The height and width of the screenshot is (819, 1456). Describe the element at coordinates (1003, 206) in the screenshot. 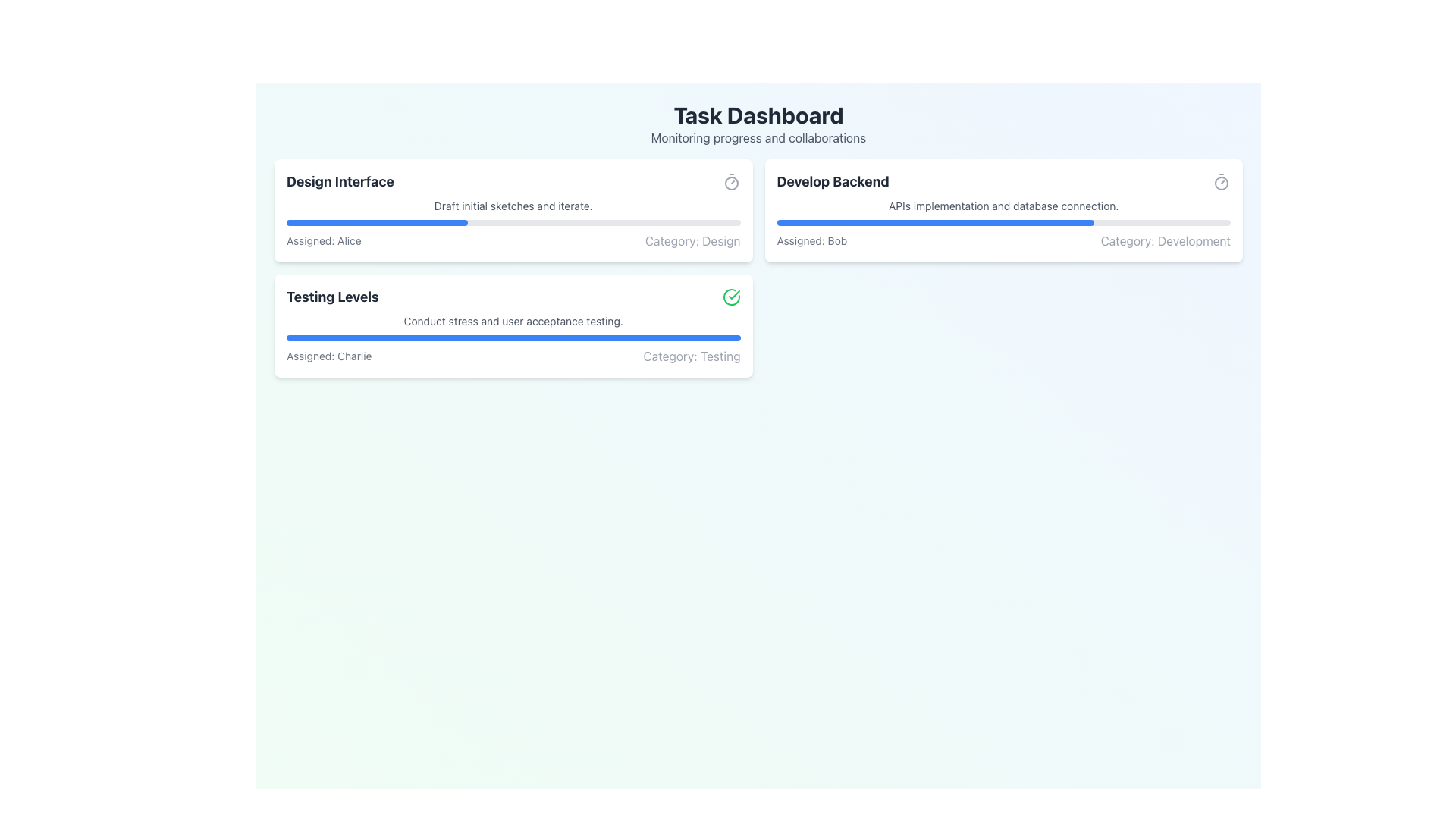

I see `the Text Label displaying 'APIs implementation and database connection.' which is positioned below the title 'Develop Backend'` at that location.